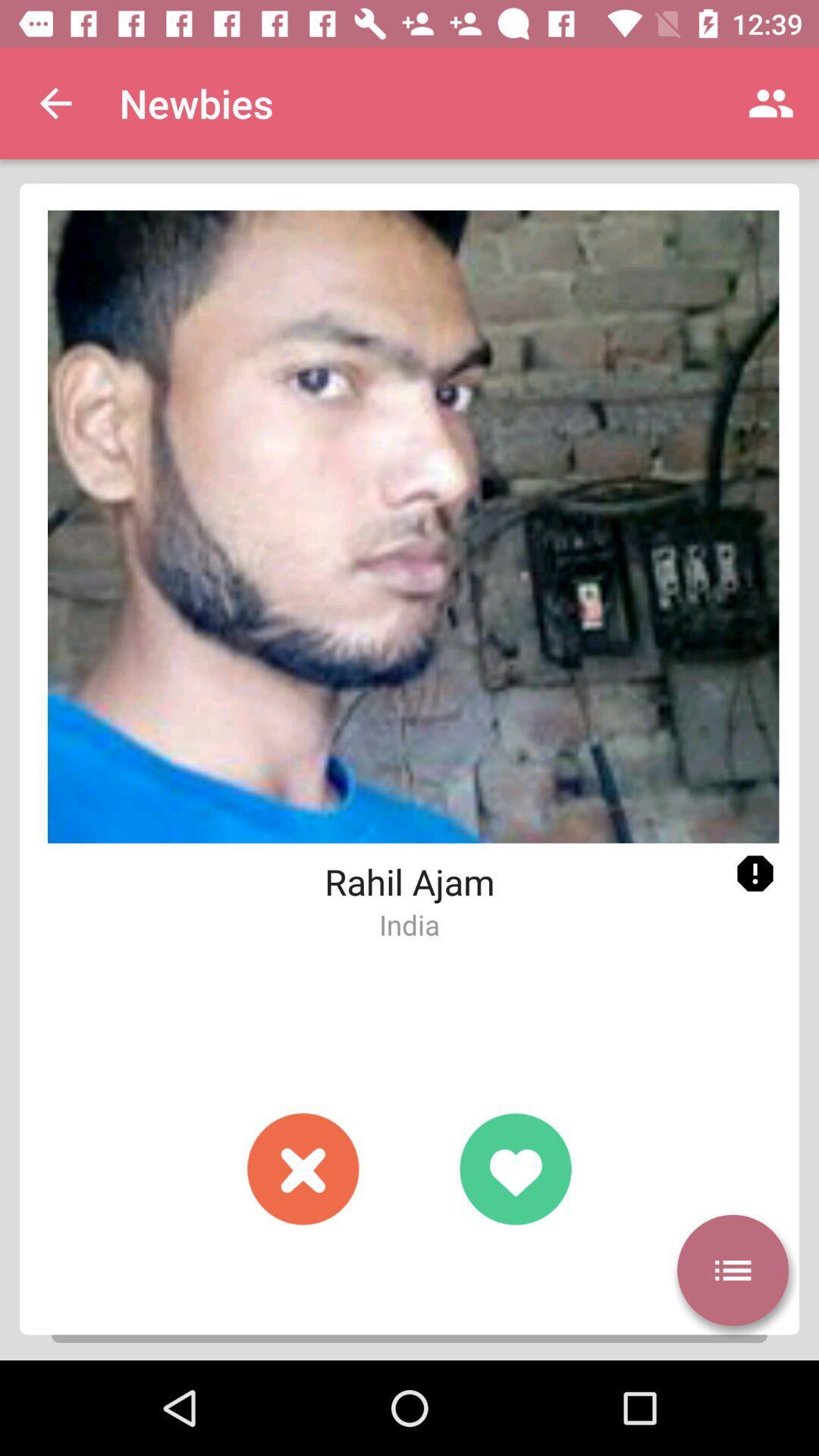 The width and height of the screenshot is (819, 1456). What do you see at coordinates (303, 1168) in the screenshot?
I see `dislike/reject user` at bounding box center [303, 1168].